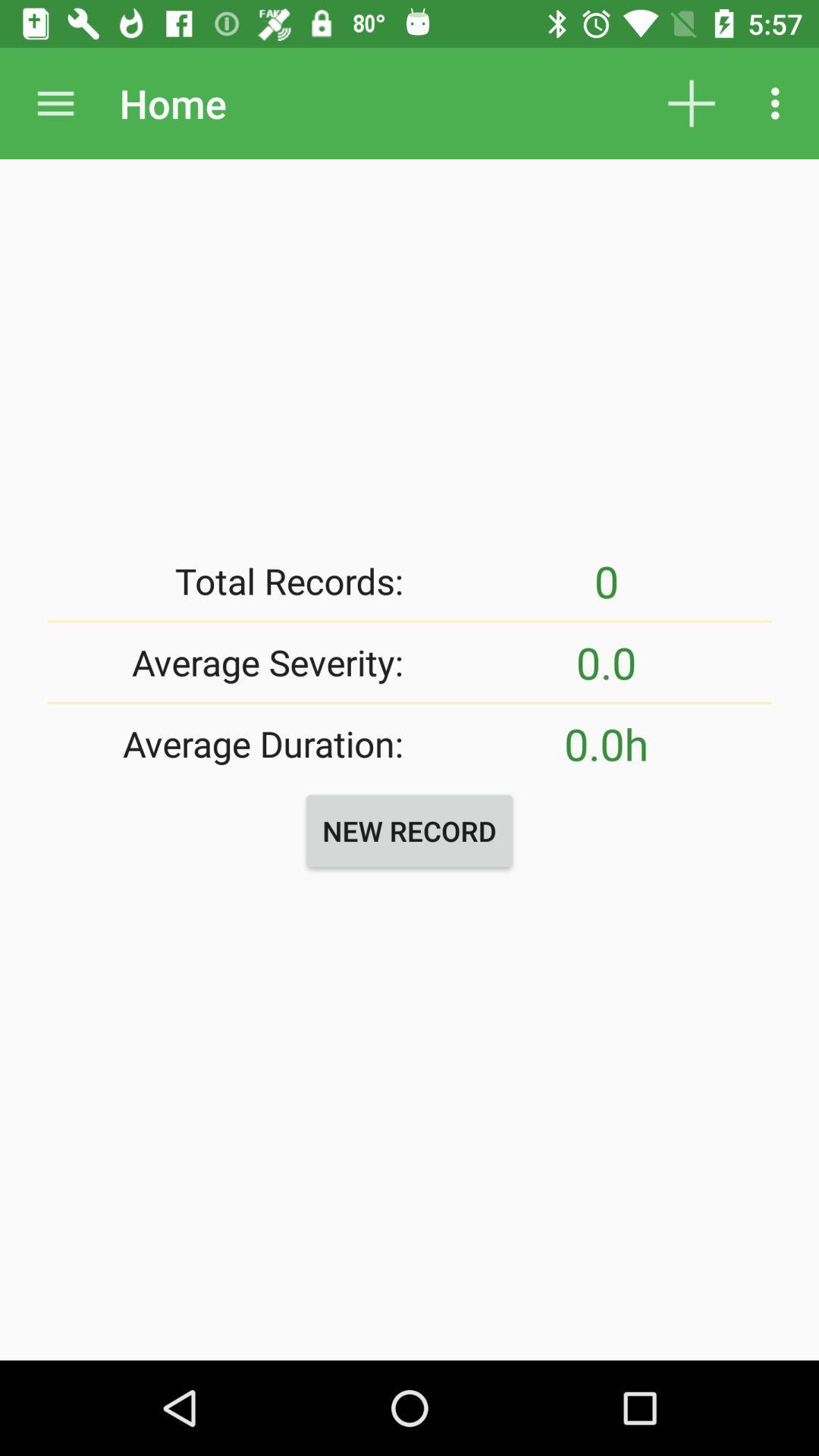 This screenshot has height=1456, width=819. Describe the element at coordinates (55, 102) in the screenshot. I see `icon next to home item` at that location.